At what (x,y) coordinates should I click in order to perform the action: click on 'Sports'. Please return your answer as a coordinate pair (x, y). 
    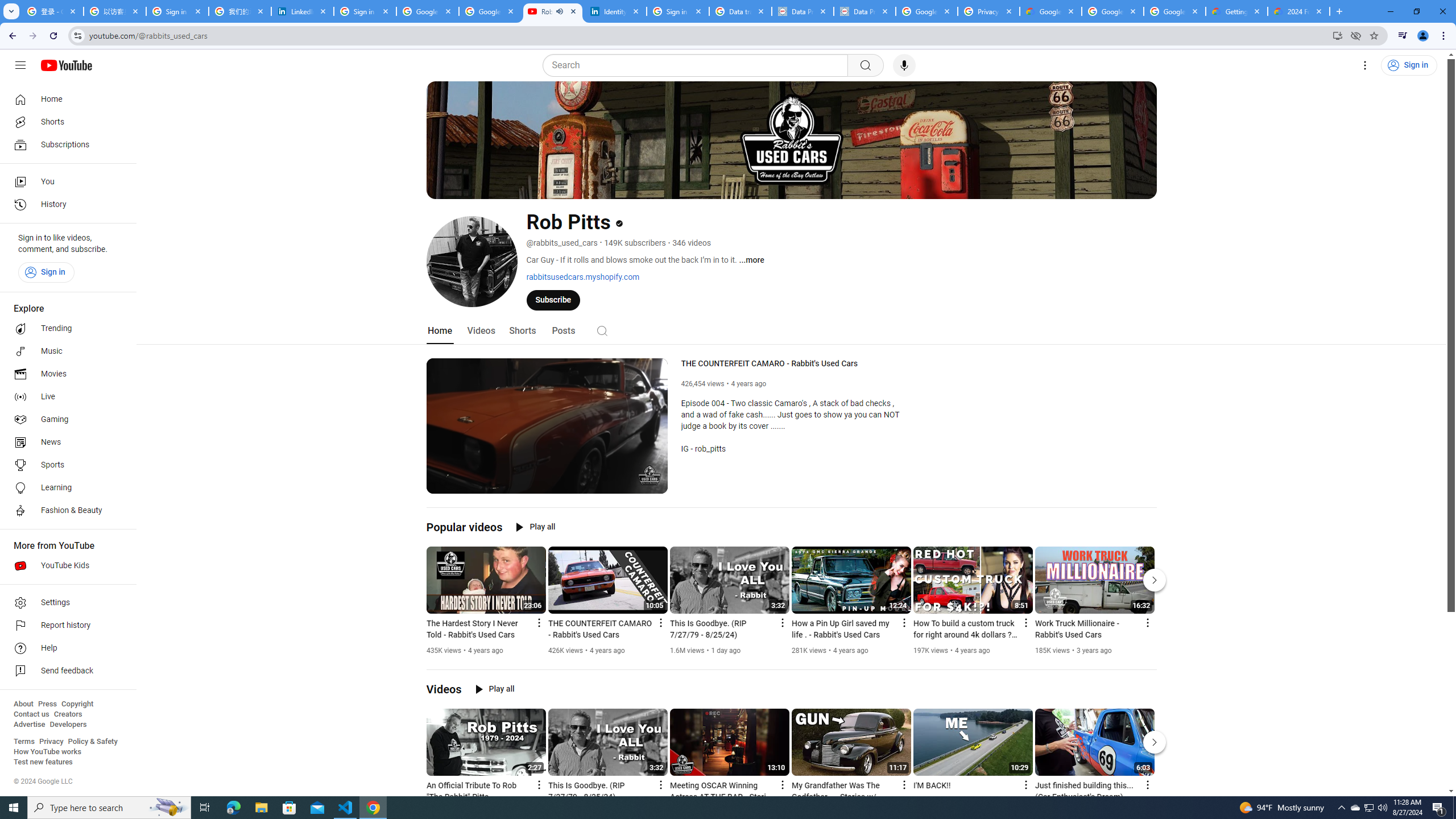
    Looking at the image, I should click on (64, 464).